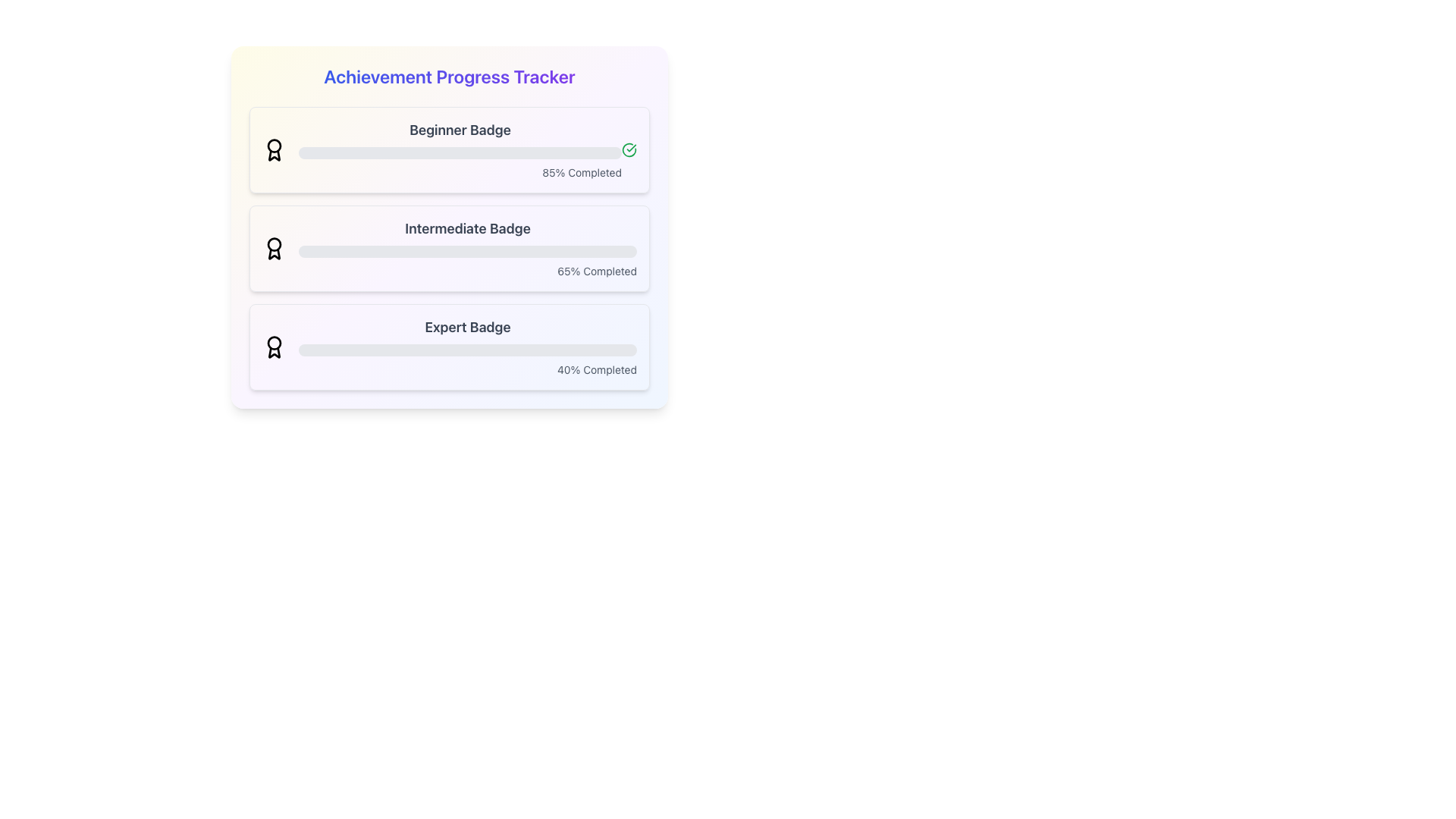 Image resolution: width=1456 pixels, height=819 pixels. What do you see at coordinates (274, 247) in the screenshot?
I see `the 'Intermediate Badge' icon located to the left of the 'Intermediate Badge' title within the second card element of the achievement progress tracker interface` at bounding box center [274, 247].